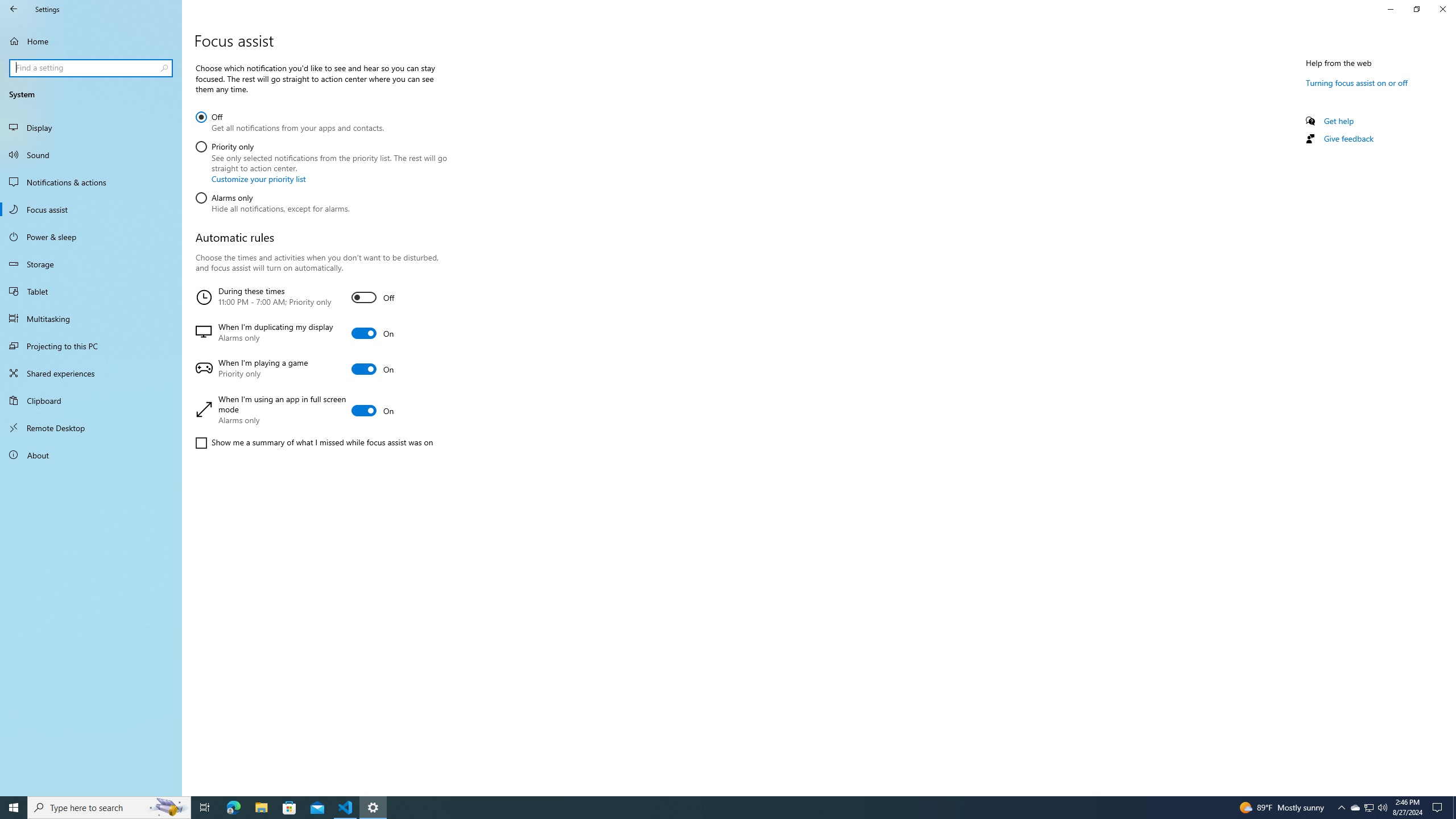 This screenshot has width=1456, height=819. Describe the element at coordinates (90, 290) in the screenshot. I see `'Tablet'` at that location.